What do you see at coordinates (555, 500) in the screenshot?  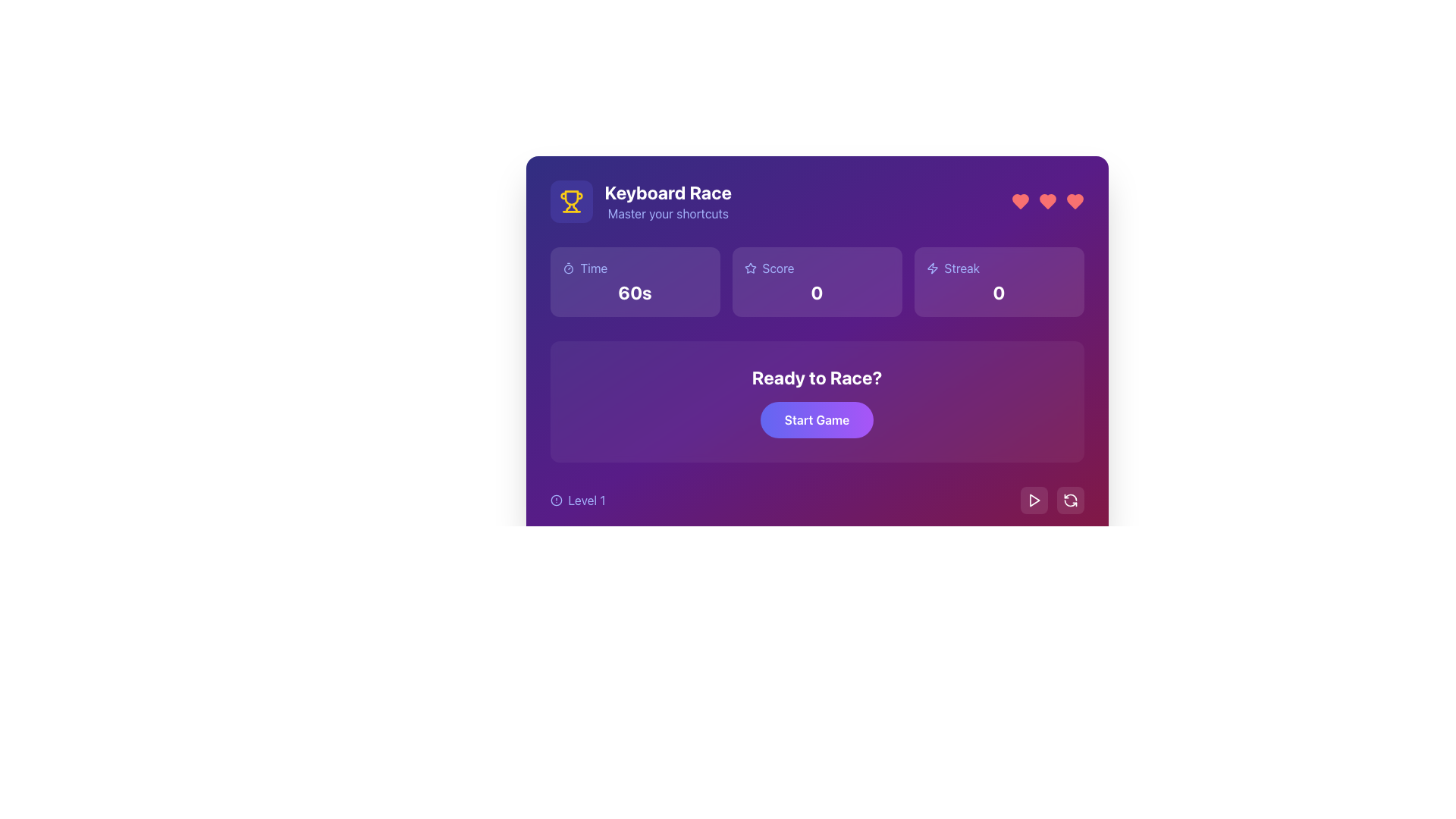 I see `the main circular SVG shape of the 'circle-alert' icon, which is located adjacent to the 'Level 1' label` at bounding box center [555, 500].